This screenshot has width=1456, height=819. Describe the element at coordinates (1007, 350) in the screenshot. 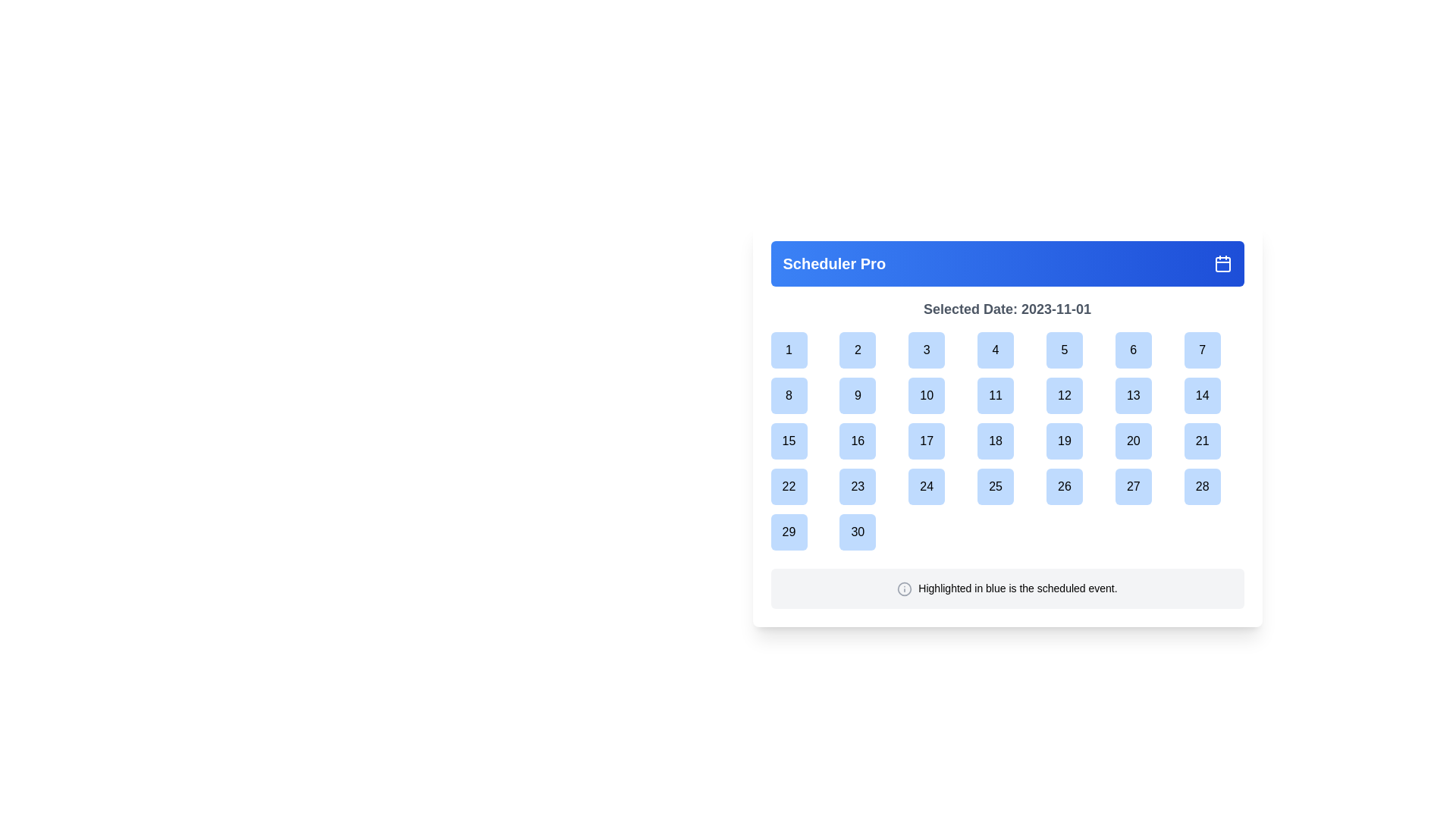

I see `the blue square button with rounded corners featuring the number '4'` at that location.